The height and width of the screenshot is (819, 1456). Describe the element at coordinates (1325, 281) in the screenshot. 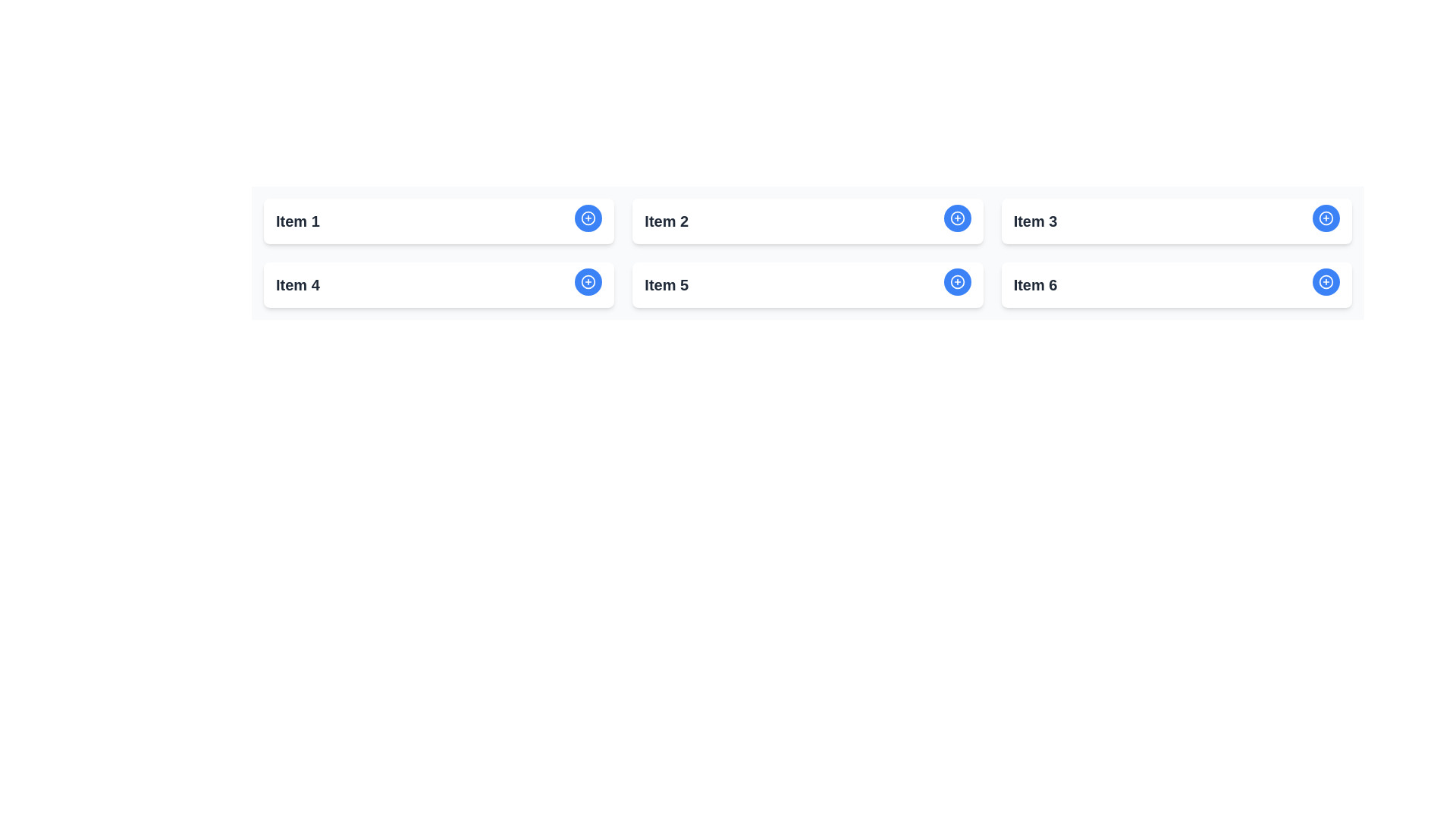

I see `the button located at the bottom-right of the 'Item 6' card` at that location.